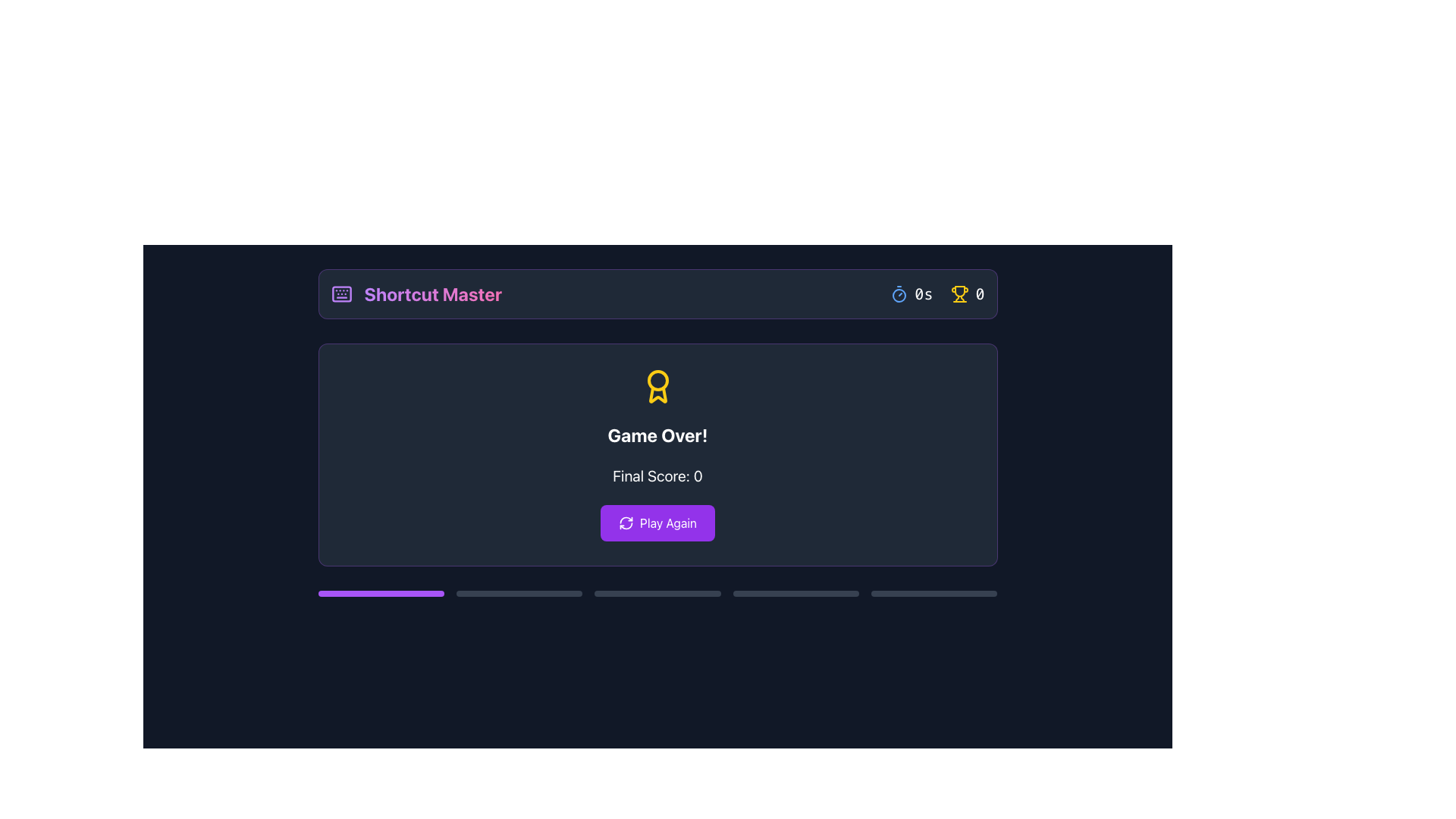 The image size is (1456, 819). Describe the element at coordinates (432, 294) in the screenshot. I see `the Text Display element indicating 'Shortcut Master', which serves as the section title or branding for the page` at that location.